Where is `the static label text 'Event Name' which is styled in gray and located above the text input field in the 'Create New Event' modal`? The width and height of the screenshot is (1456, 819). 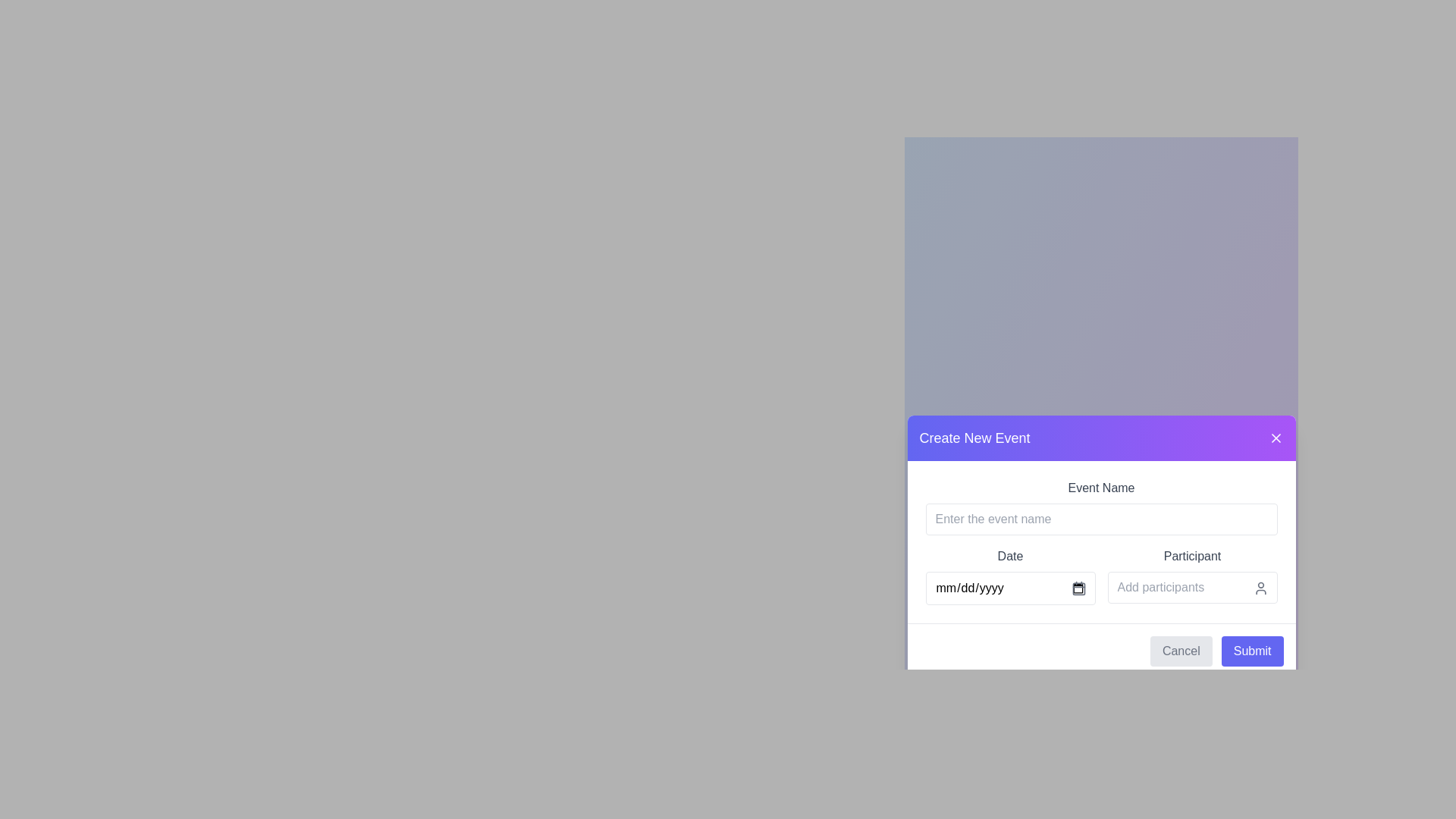
the static label text 'Event Name' which is styled in gray and located above the text input field in the 'Create New Event' modal is located at coordinates (1101, 488).